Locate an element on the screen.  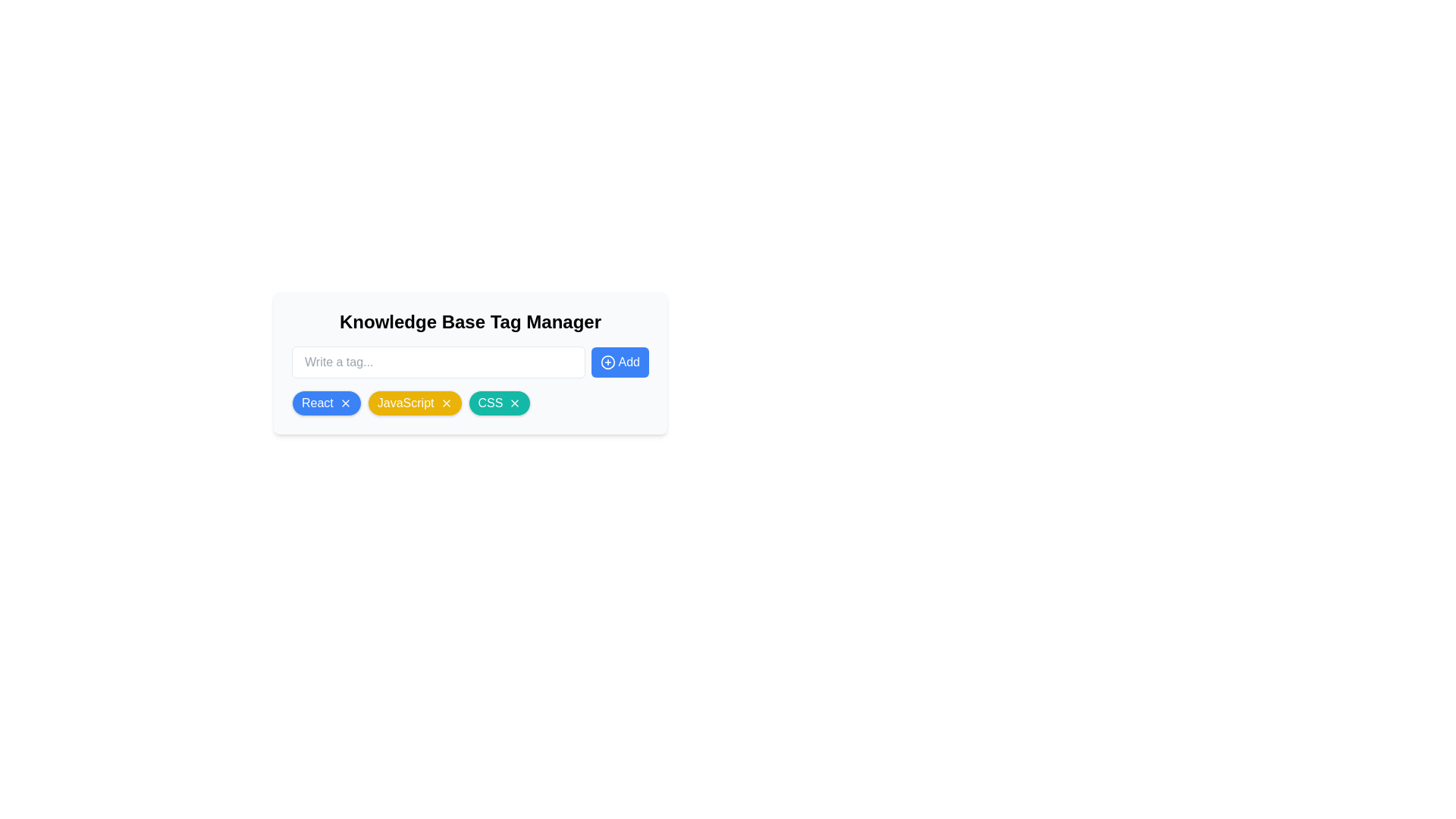
tag labeled 'CSS' which is the third item in a horizontal row of pill-shaped tags, located centrally in the interface is located at coordinates (499, 403).